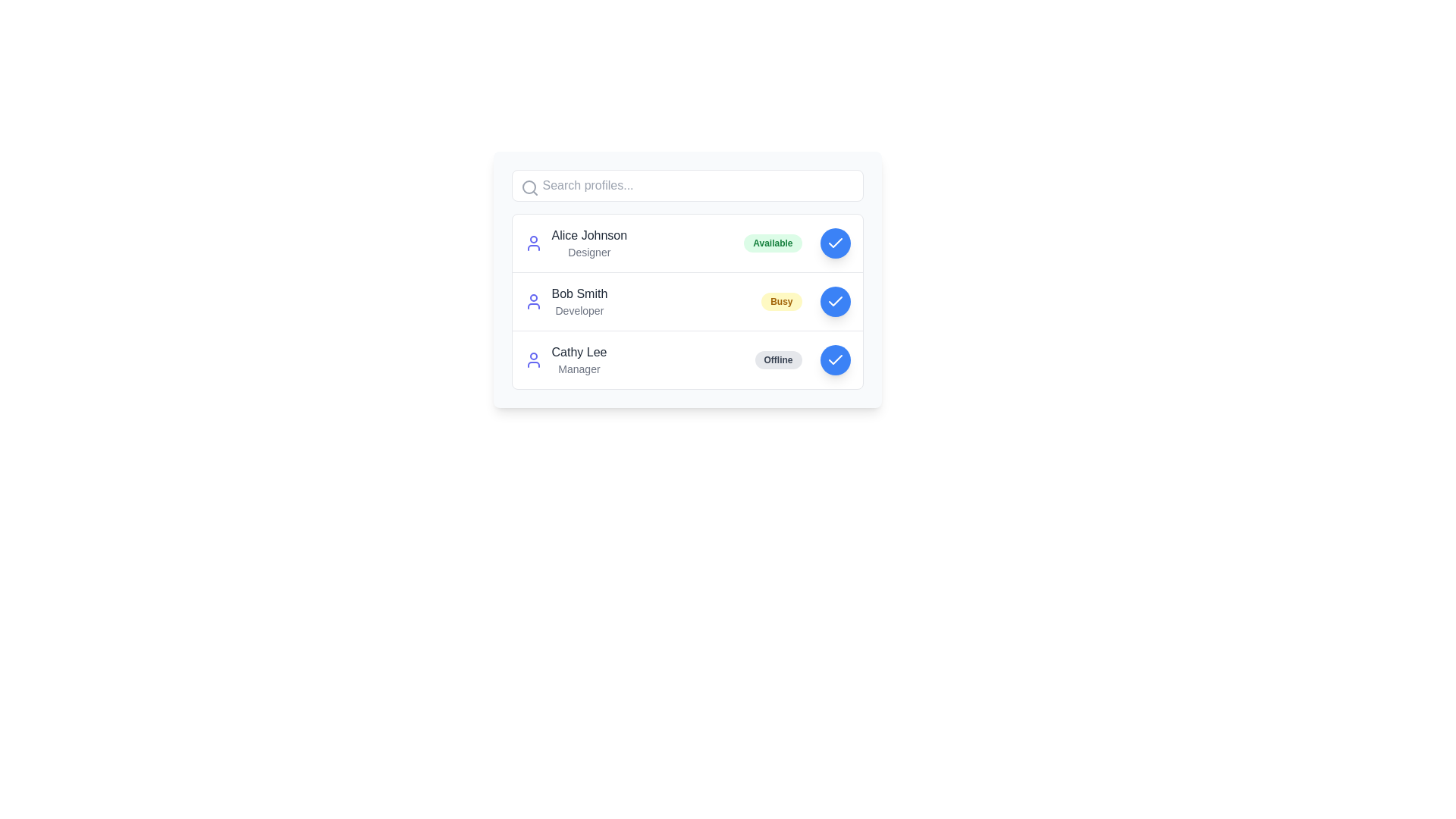 The image size is (1456, 819). Describe the element at coordinates (579, 294) in the screenshot. I see `the text label displaying 'Bob Smith' to select the text, which is styled in a medium-weight font and dark gray color` at that location.